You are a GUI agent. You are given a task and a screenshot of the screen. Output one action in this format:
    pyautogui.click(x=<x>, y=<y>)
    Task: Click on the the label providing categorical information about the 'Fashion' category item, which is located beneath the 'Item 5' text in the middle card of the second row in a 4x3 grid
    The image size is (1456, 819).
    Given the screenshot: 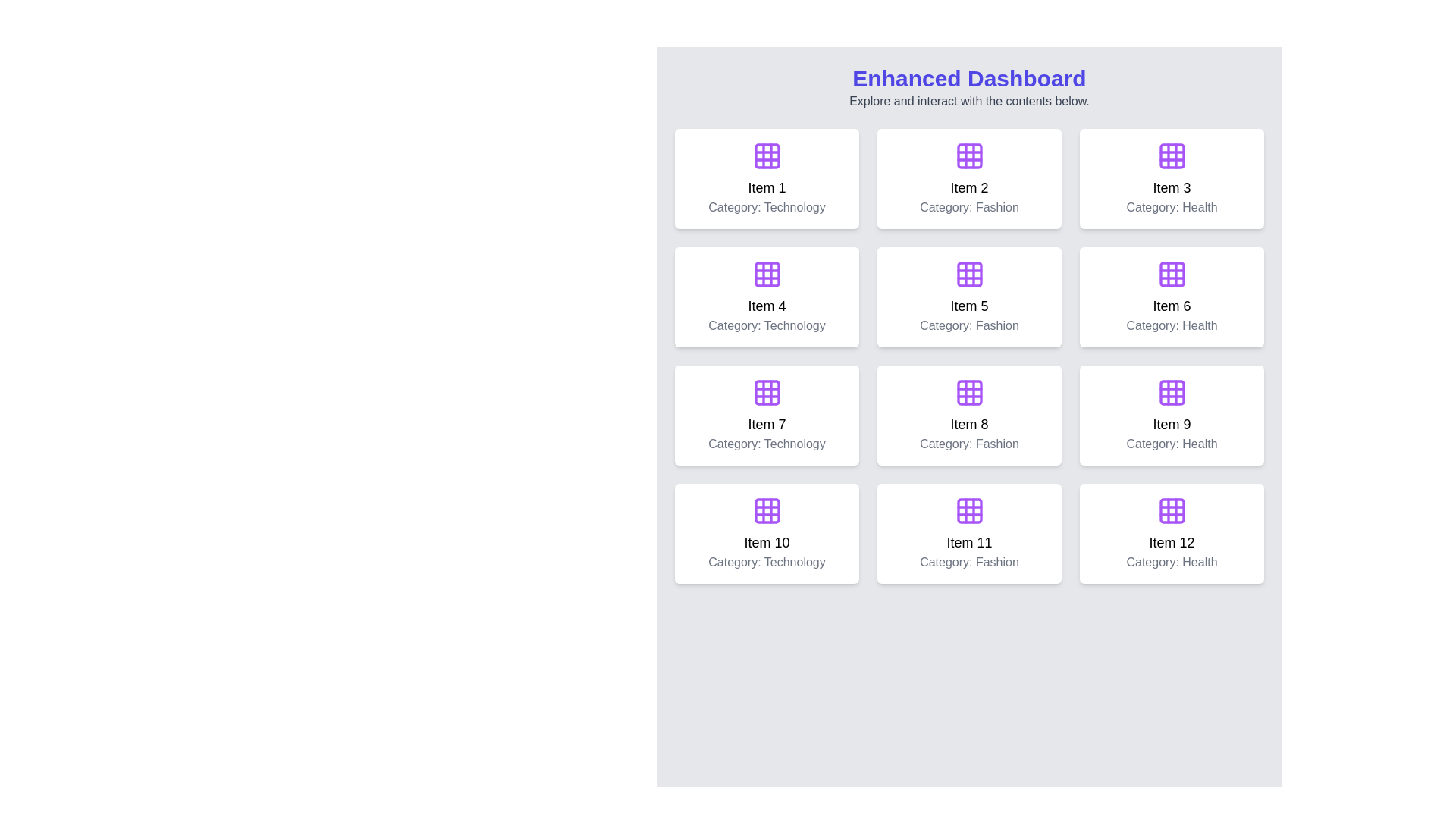 What is the action you would take?
    pyautogui.click(x=968, y=325)
    